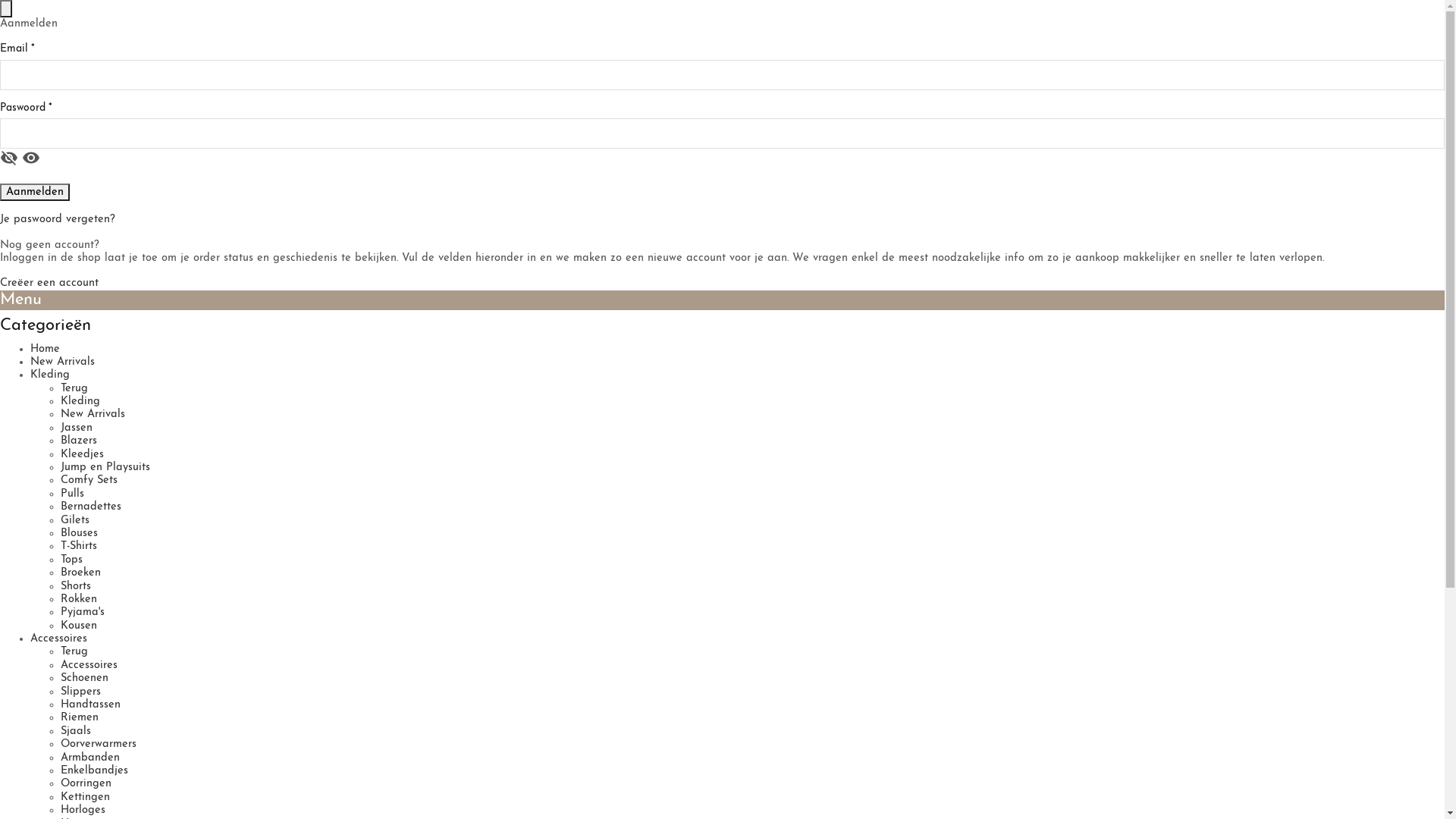  Describe the element at coordinates (45, 348) in the screenshot. I see `'Home'` at that location.